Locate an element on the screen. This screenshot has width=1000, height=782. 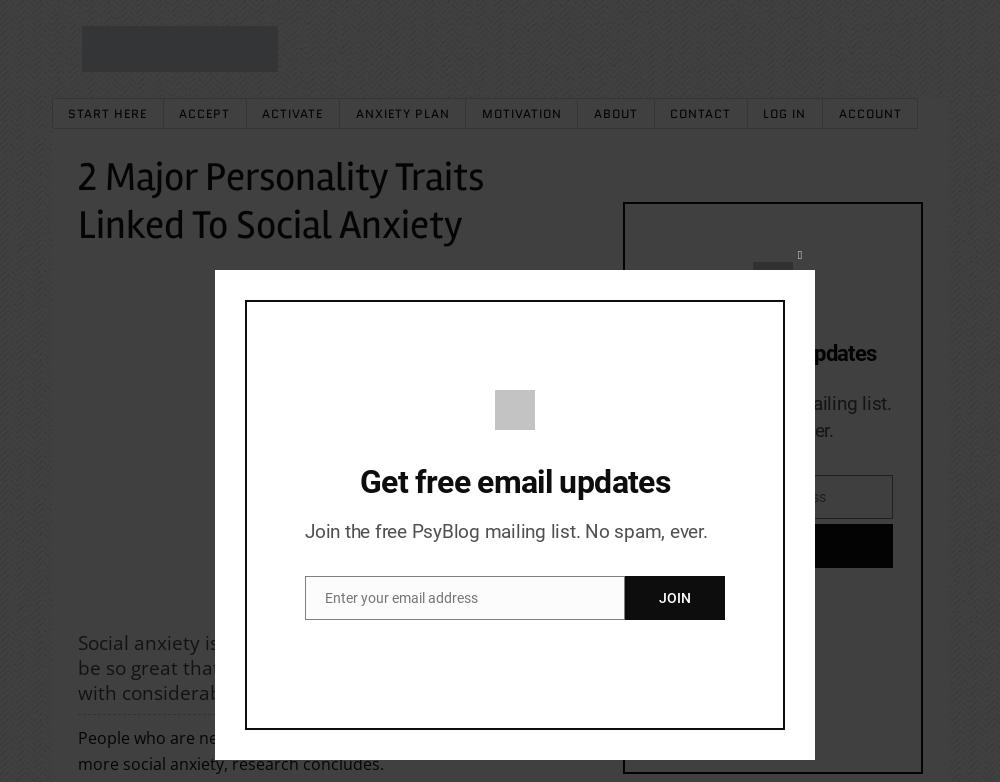
'Account' is located at coordinates (868, 113).